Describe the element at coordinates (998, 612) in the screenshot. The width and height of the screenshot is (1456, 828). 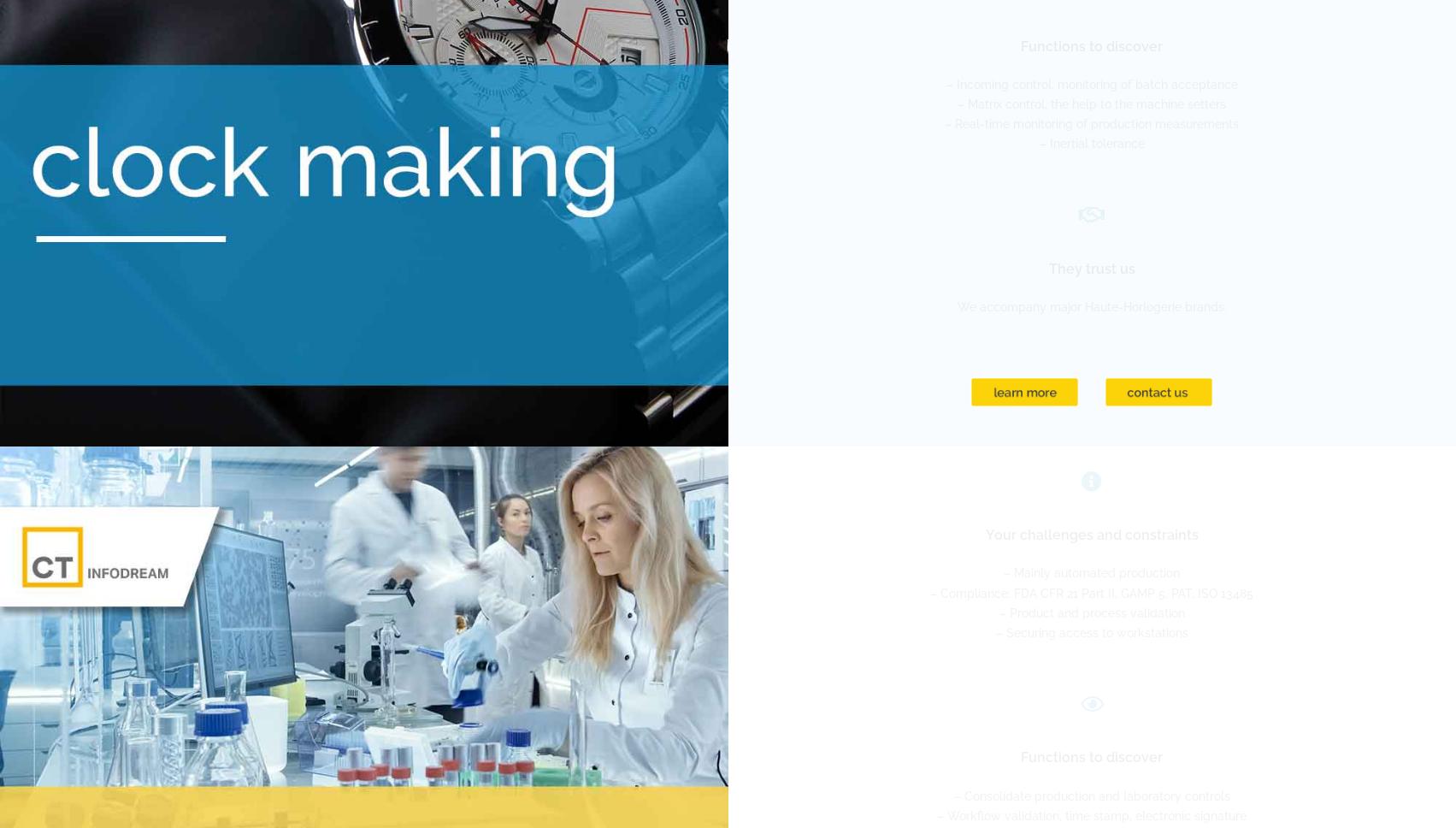
I see `'– Product and process validation'` at that location.